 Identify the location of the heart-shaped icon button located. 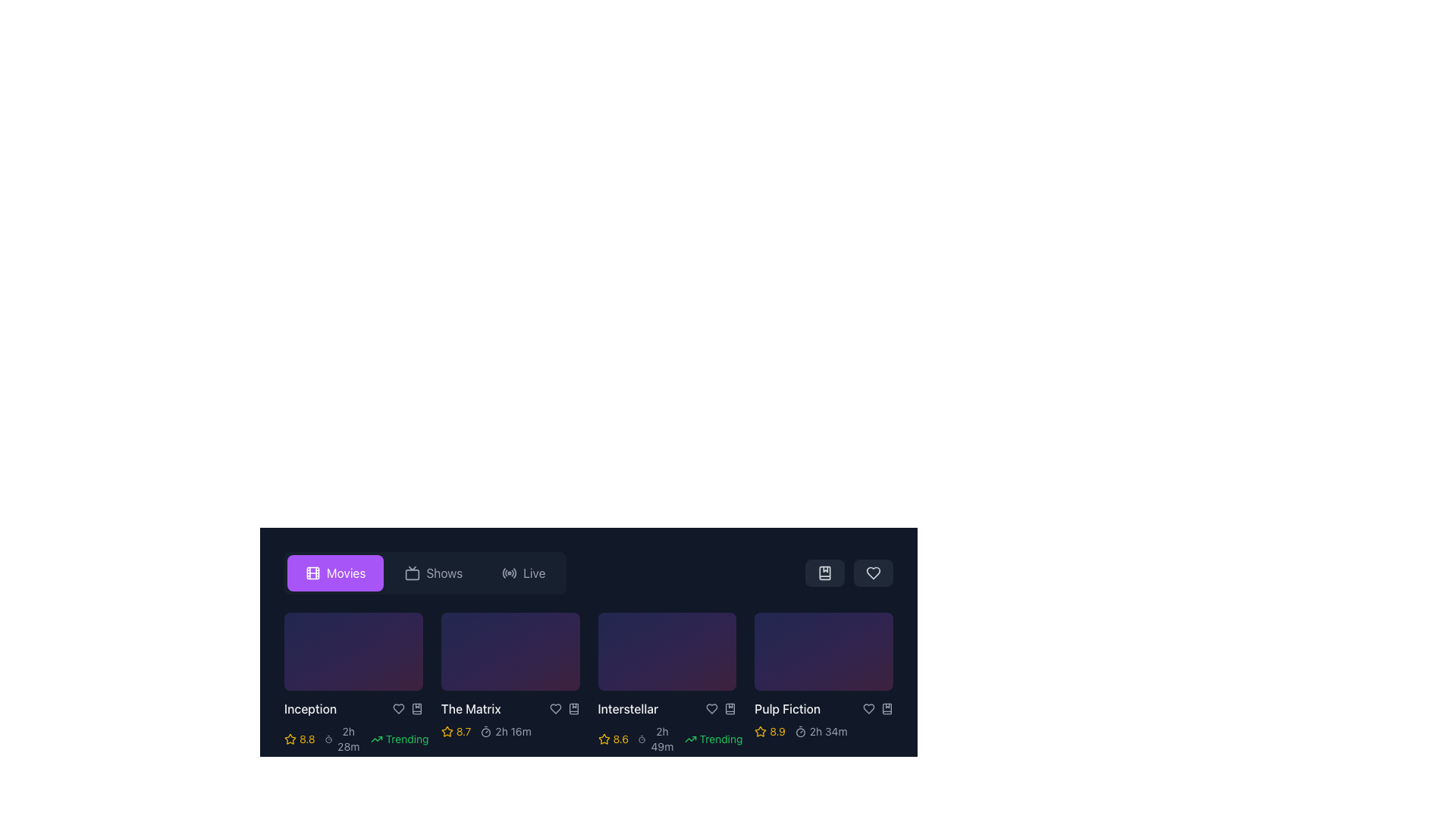
(874, 573).